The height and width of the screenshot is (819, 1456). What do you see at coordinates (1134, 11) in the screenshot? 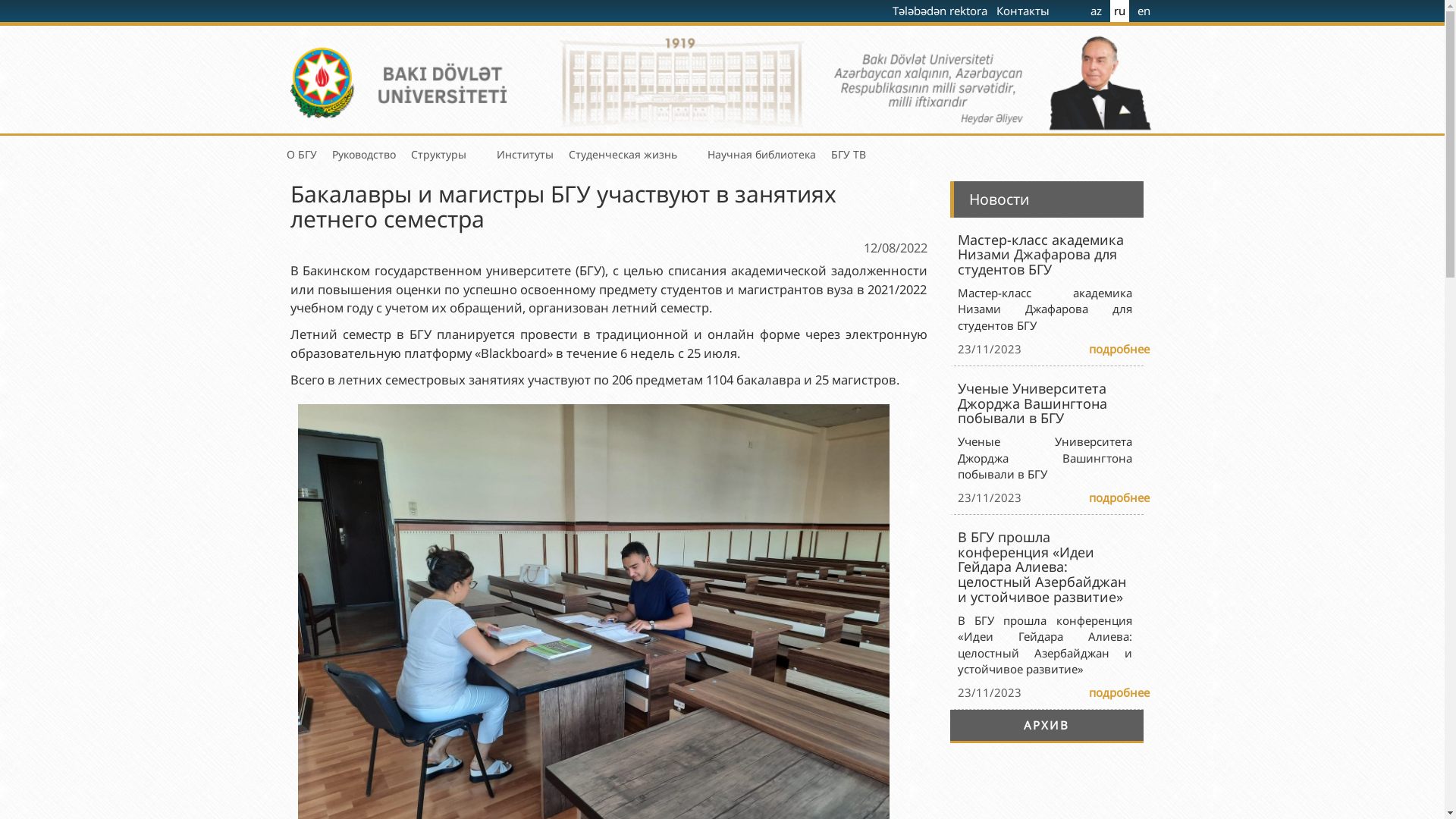
I see `'en'` at bounding box center [1134, 11].